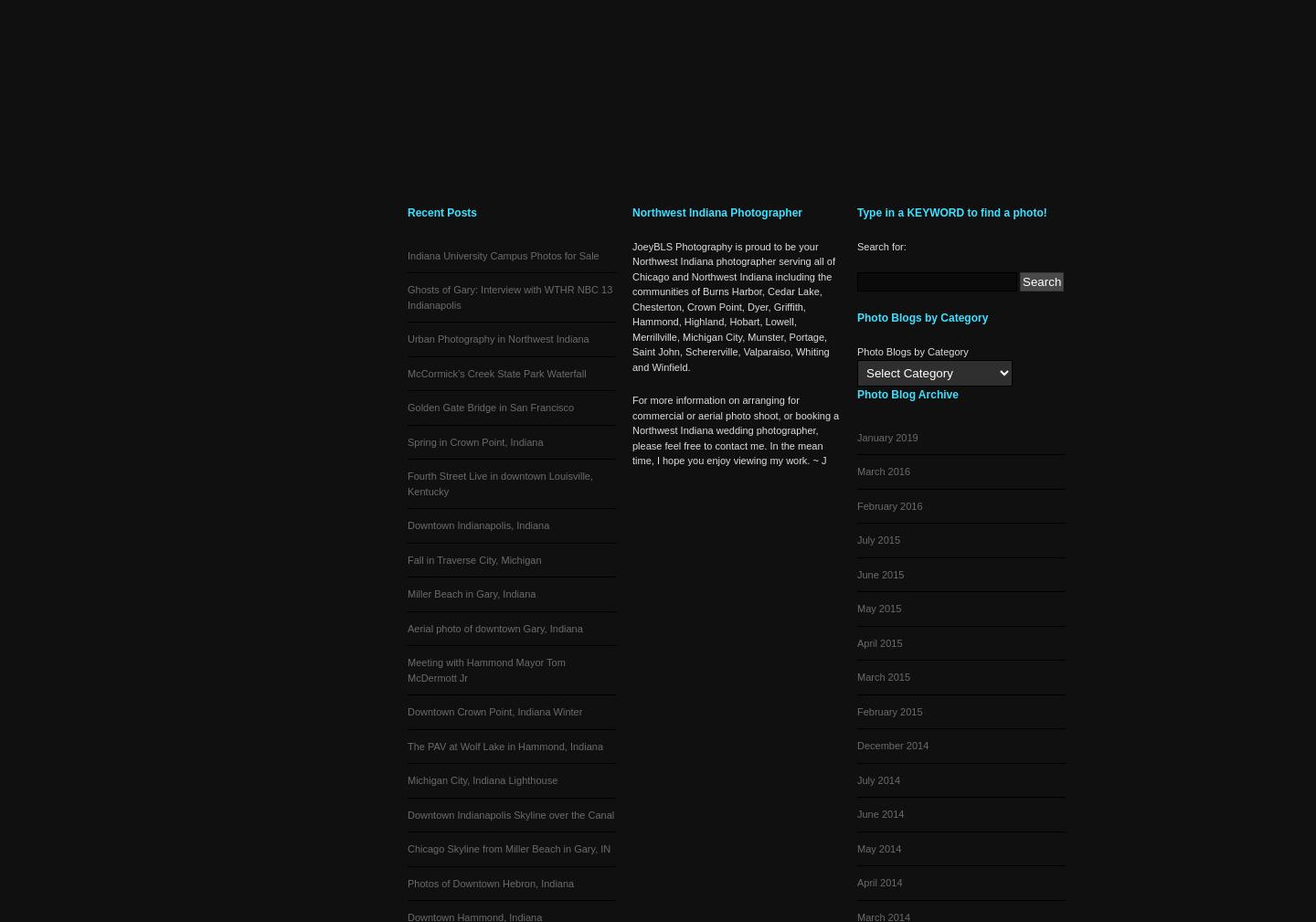  I want to click on 'April 2014', so click(878, 883).